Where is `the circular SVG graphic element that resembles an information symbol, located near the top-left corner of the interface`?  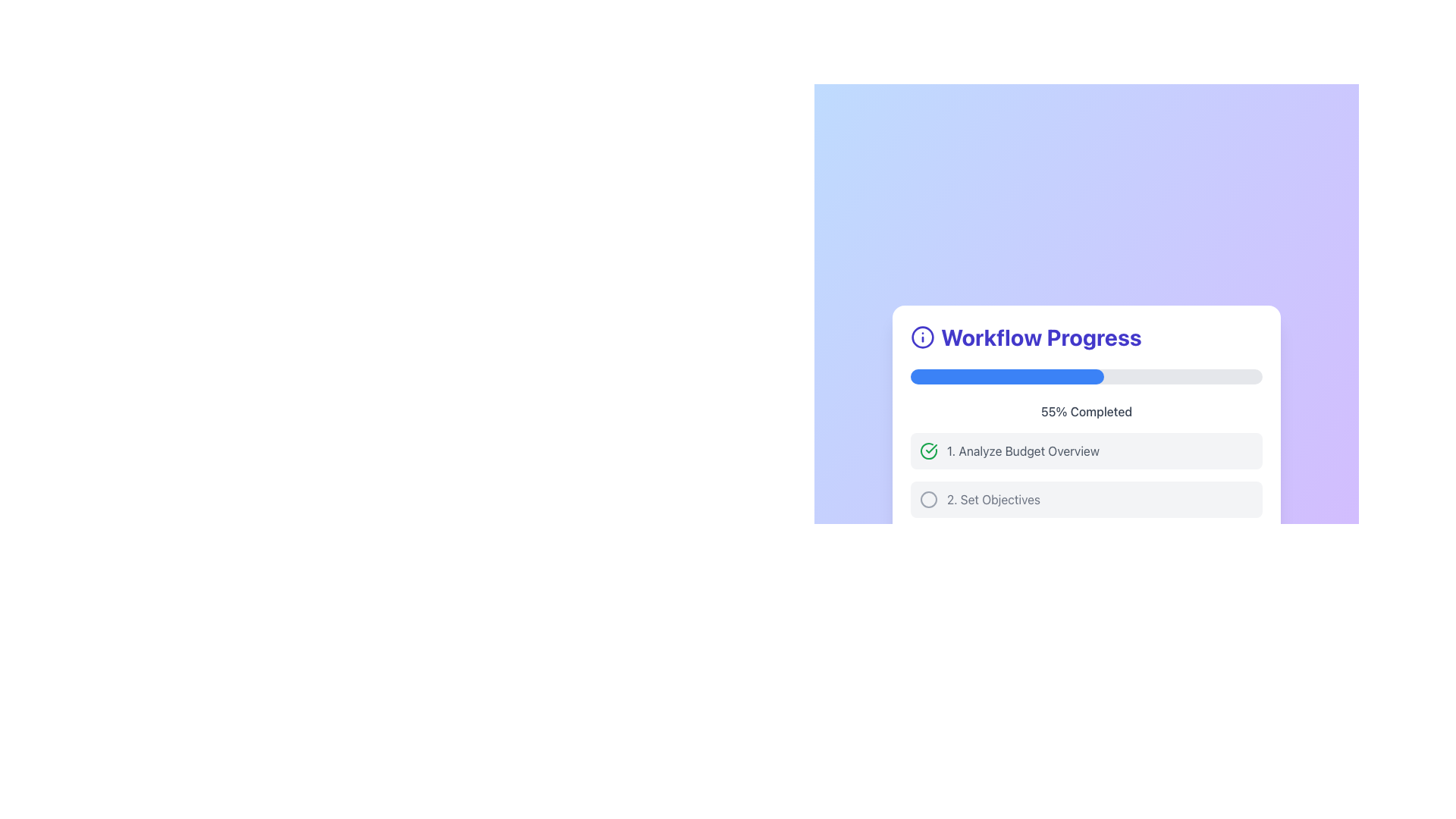 the circular SVG graphic element that resembles an information symbol, located near the top-left corner of the interface is located at coordinates (922, 336).